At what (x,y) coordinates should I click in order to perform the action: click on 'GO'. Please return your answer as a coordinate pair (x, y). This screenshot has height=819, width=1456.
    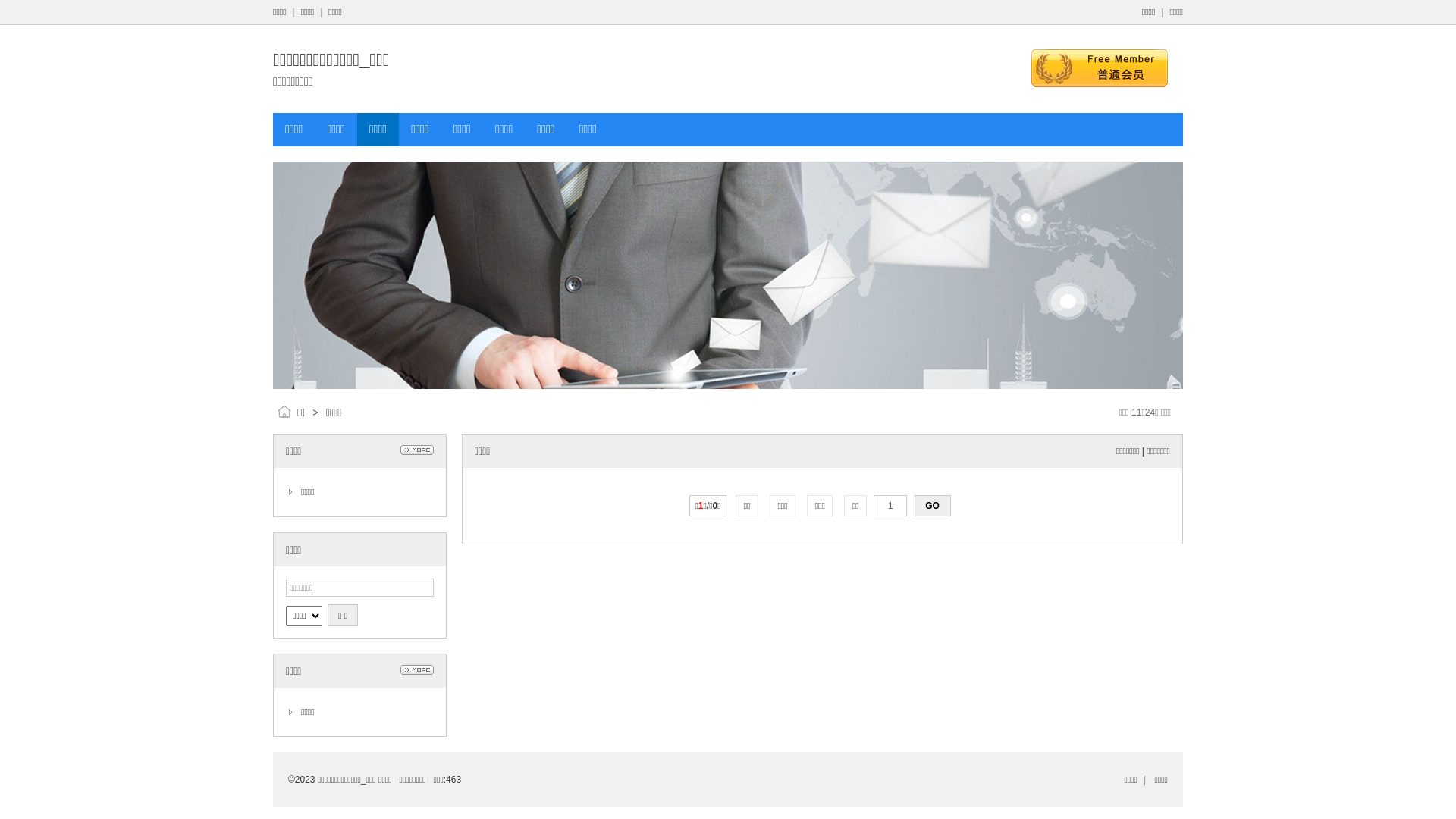
    Looking at the image, I should click on (931, 506).